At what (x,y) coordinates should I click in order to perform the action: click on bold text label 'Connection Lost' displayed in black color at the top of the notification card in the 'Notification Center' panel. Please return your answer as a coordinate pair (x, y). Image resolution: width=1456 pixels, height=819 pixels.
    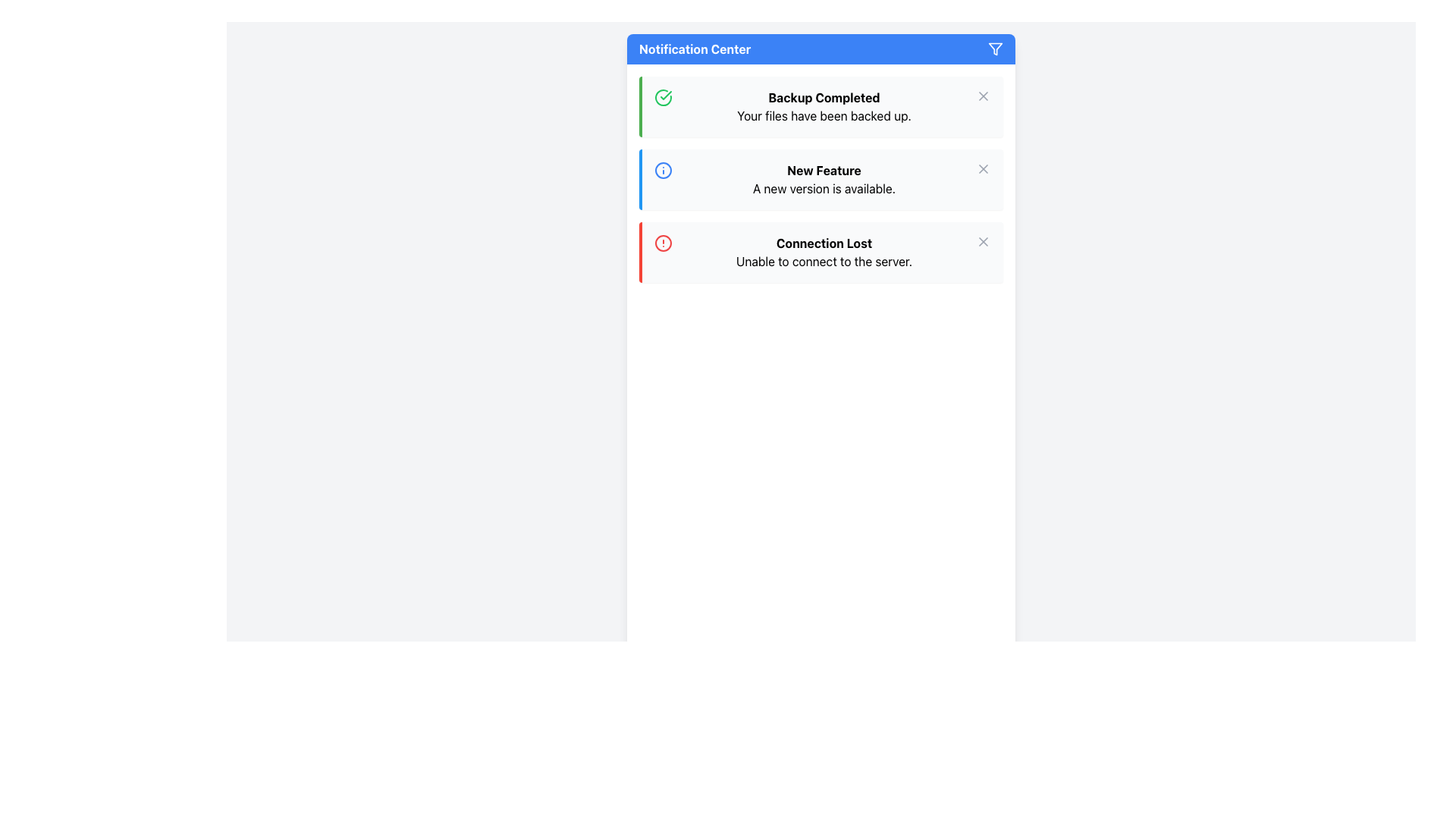
    Looking at the image, I should click on (823, 242).